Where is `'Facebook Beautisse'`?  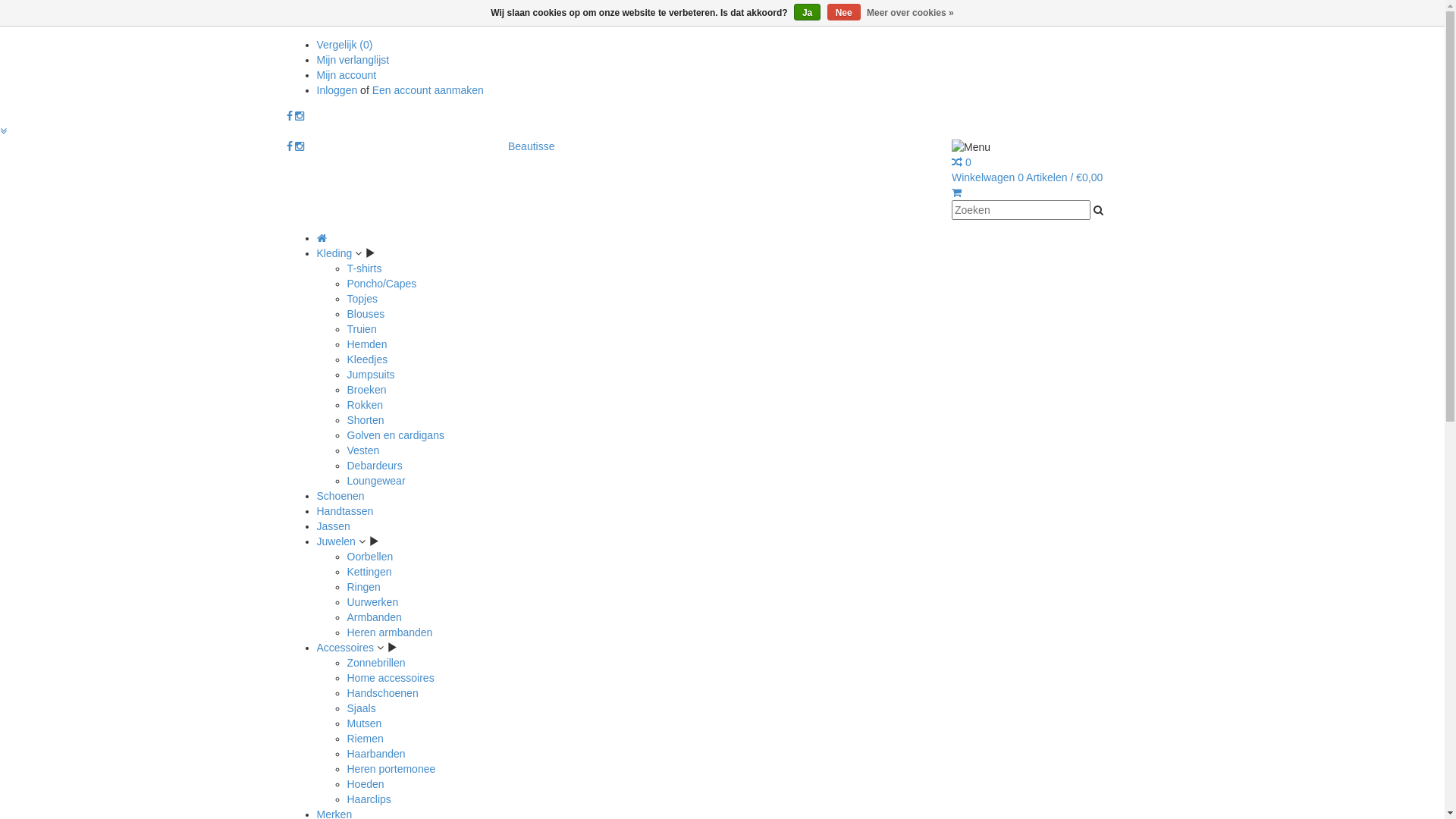
'Facebook Beautisse' is located at coordinates (290, 115).